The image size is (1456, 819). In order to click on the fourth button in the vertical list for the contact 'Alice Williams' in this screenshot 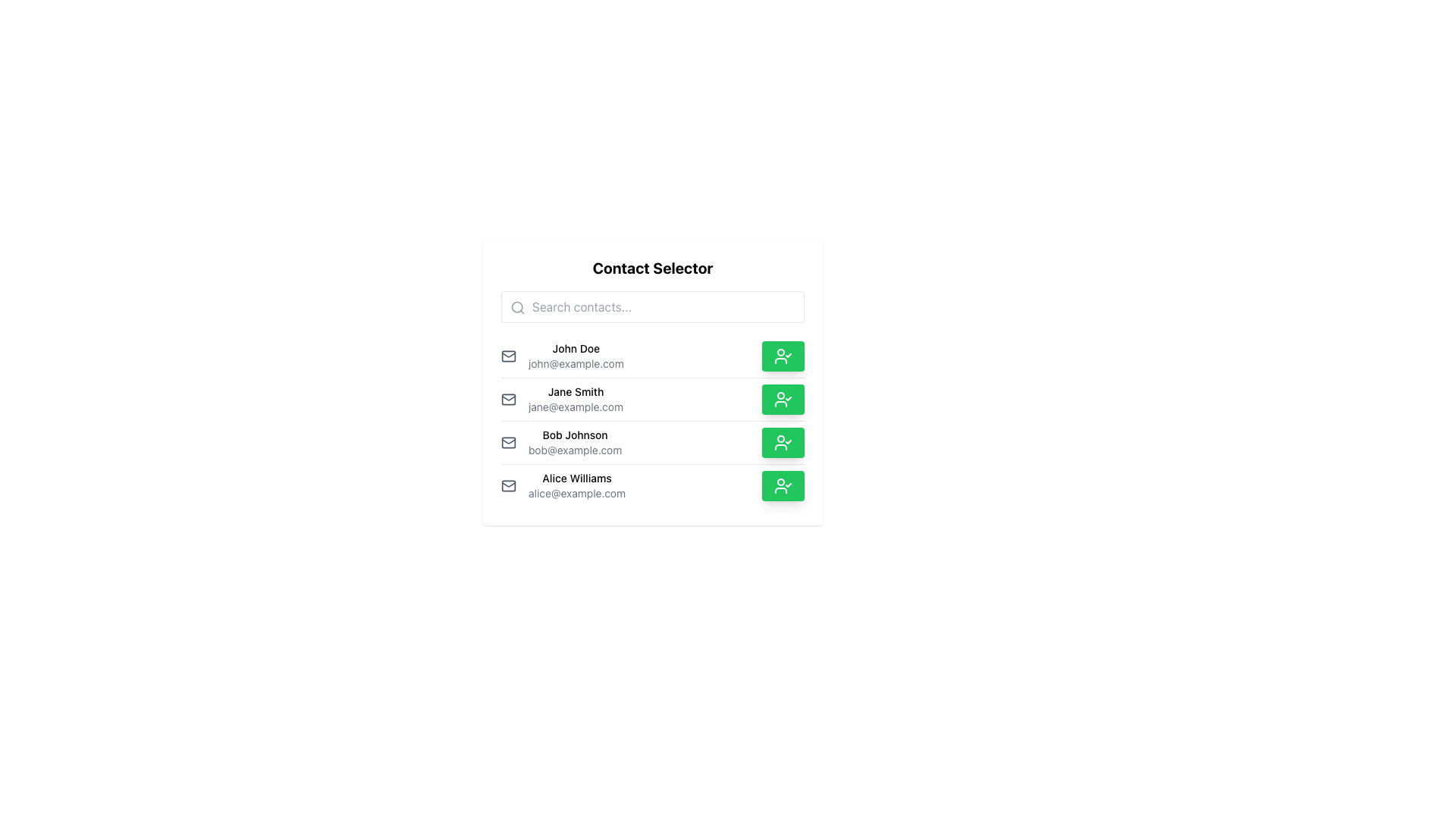, I will do `click(783, 485)`.